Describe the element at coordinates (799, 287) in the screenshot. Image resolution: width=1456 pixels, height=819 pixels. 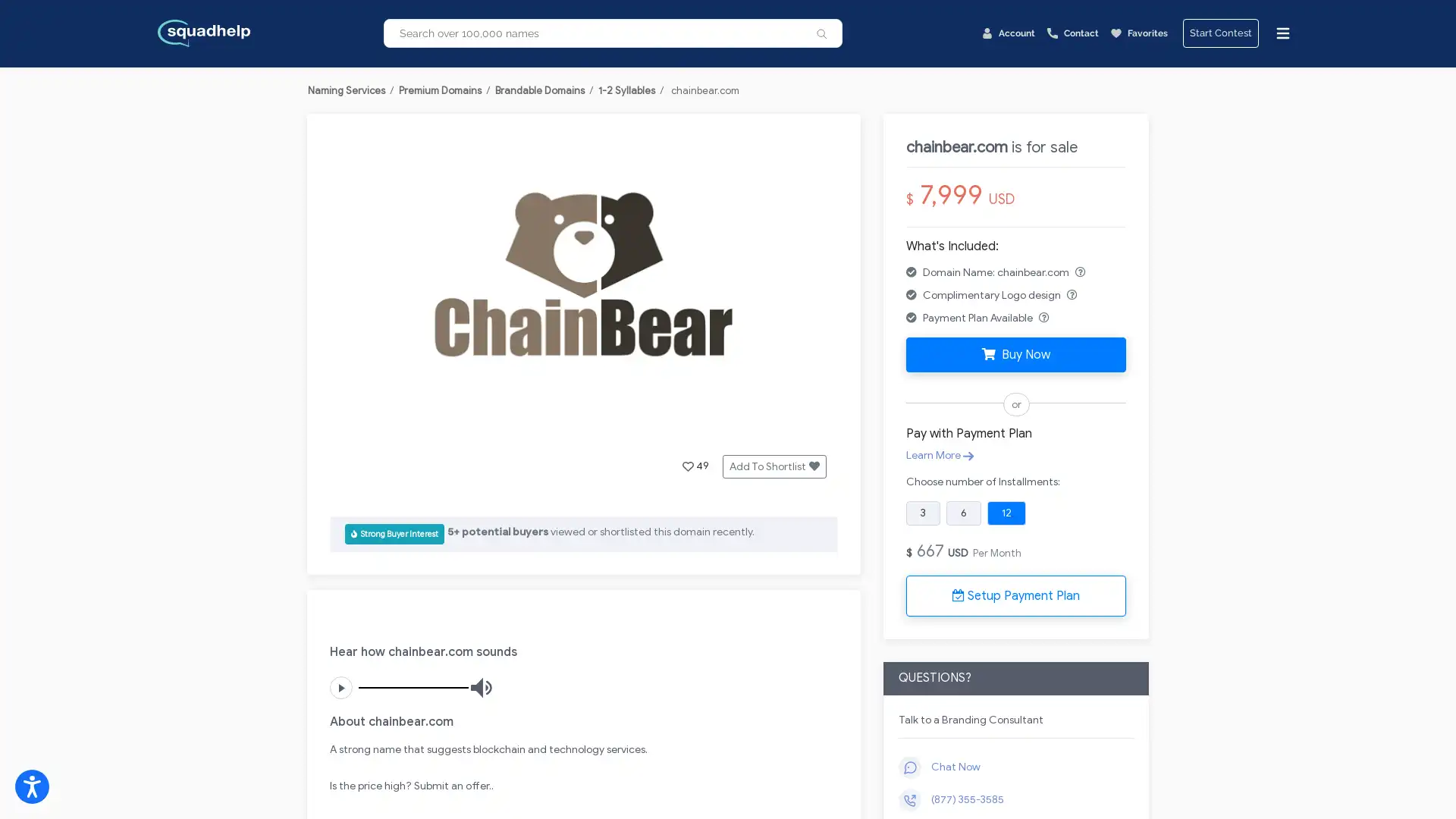
I see `Next` at that location.